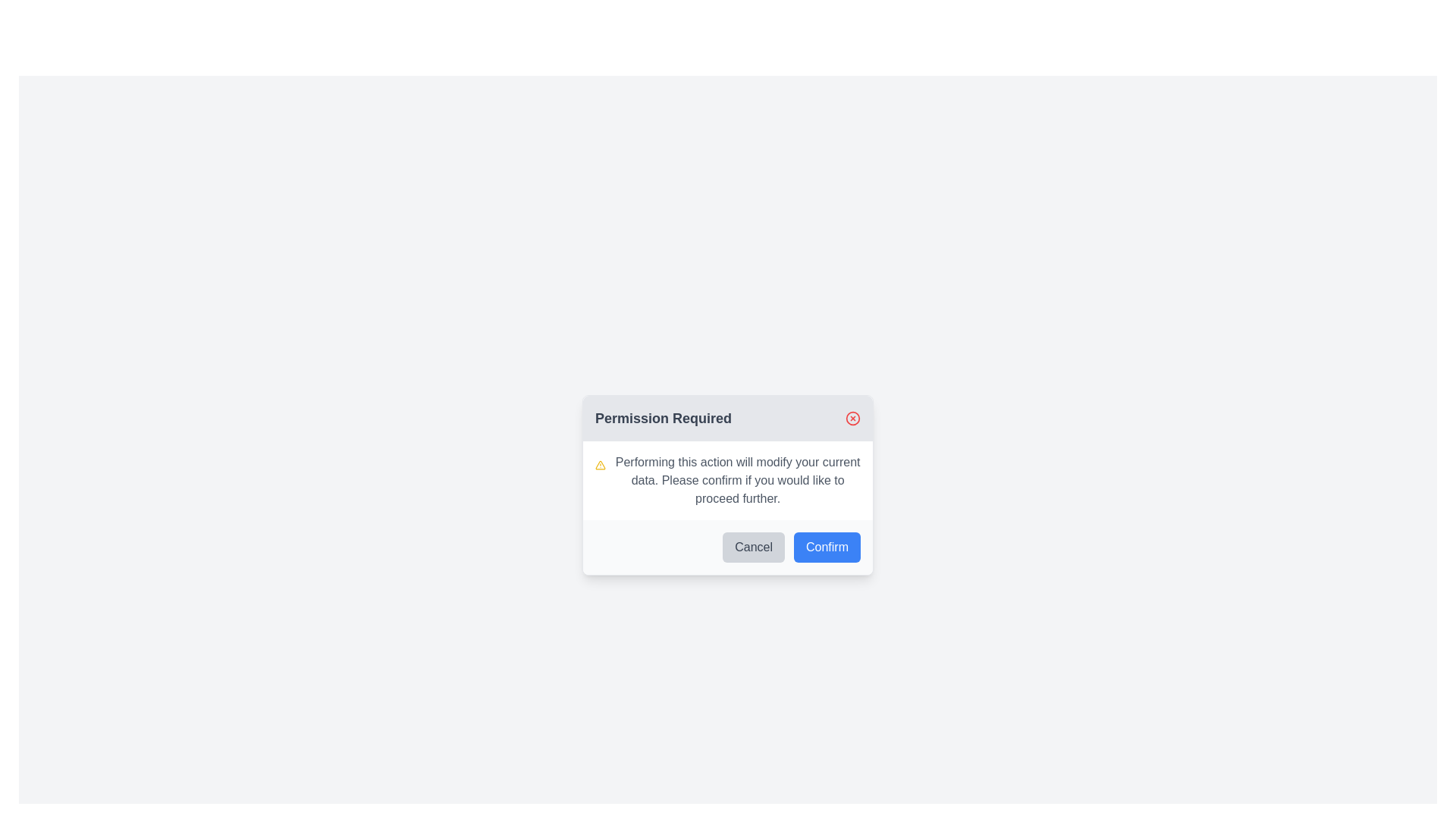  What do you see at coordinates (728, 480) in the screenshot?
I see `the informational text warning about data modification, which is located below the 'Permission Required' heading in the dialog box, directly above the 'Cancel' and 'Confirm' buttons` at bounding box center [728, 480].